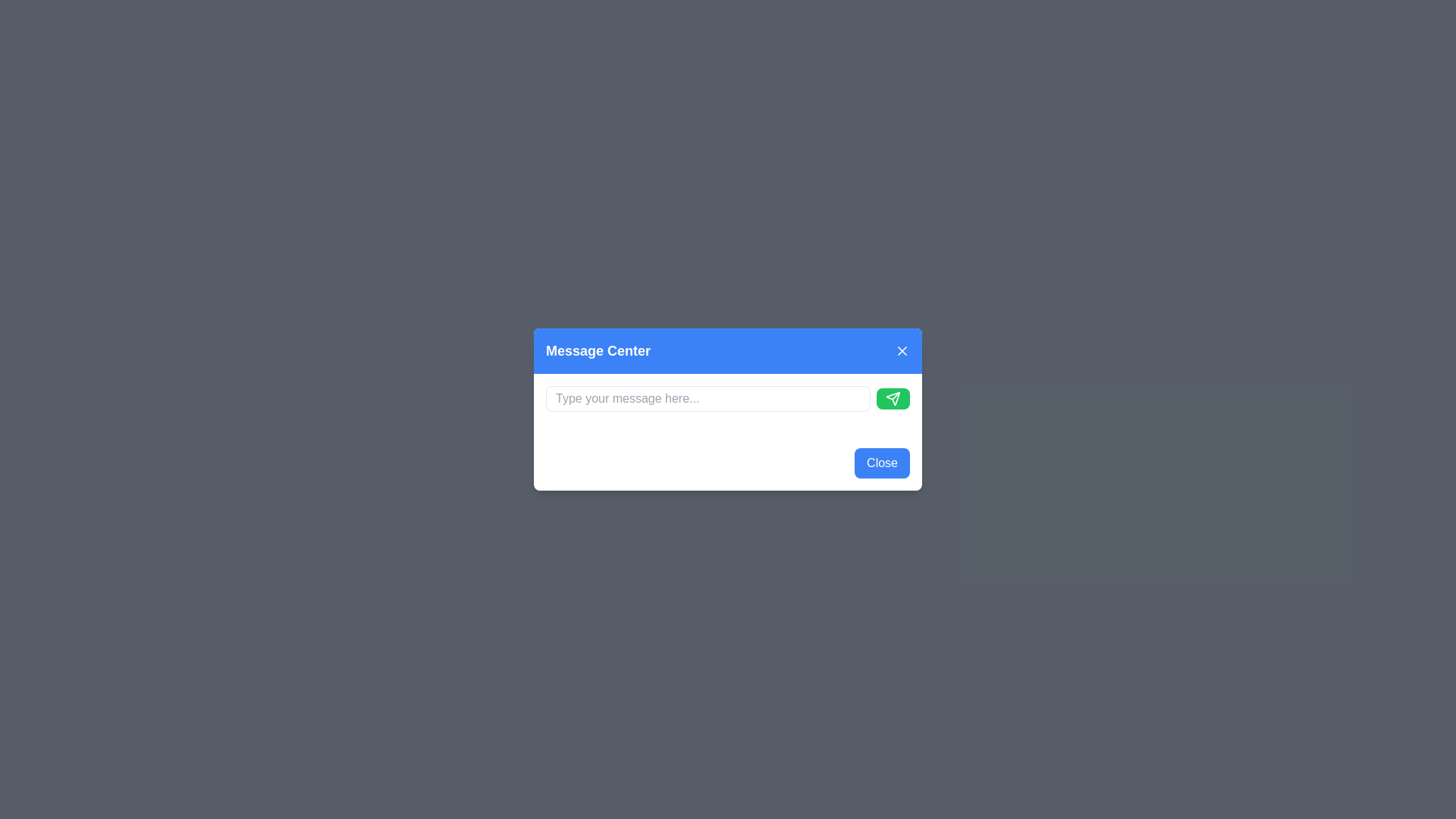 Image resolution: width=1456 pixels, height=819 pixels. What do you see at coordinates (882, 462) in the screenshot?
I see `the close button located at the bottom-right corner of the 'Message Center' modal dialog` at bounding box center [882, 462].